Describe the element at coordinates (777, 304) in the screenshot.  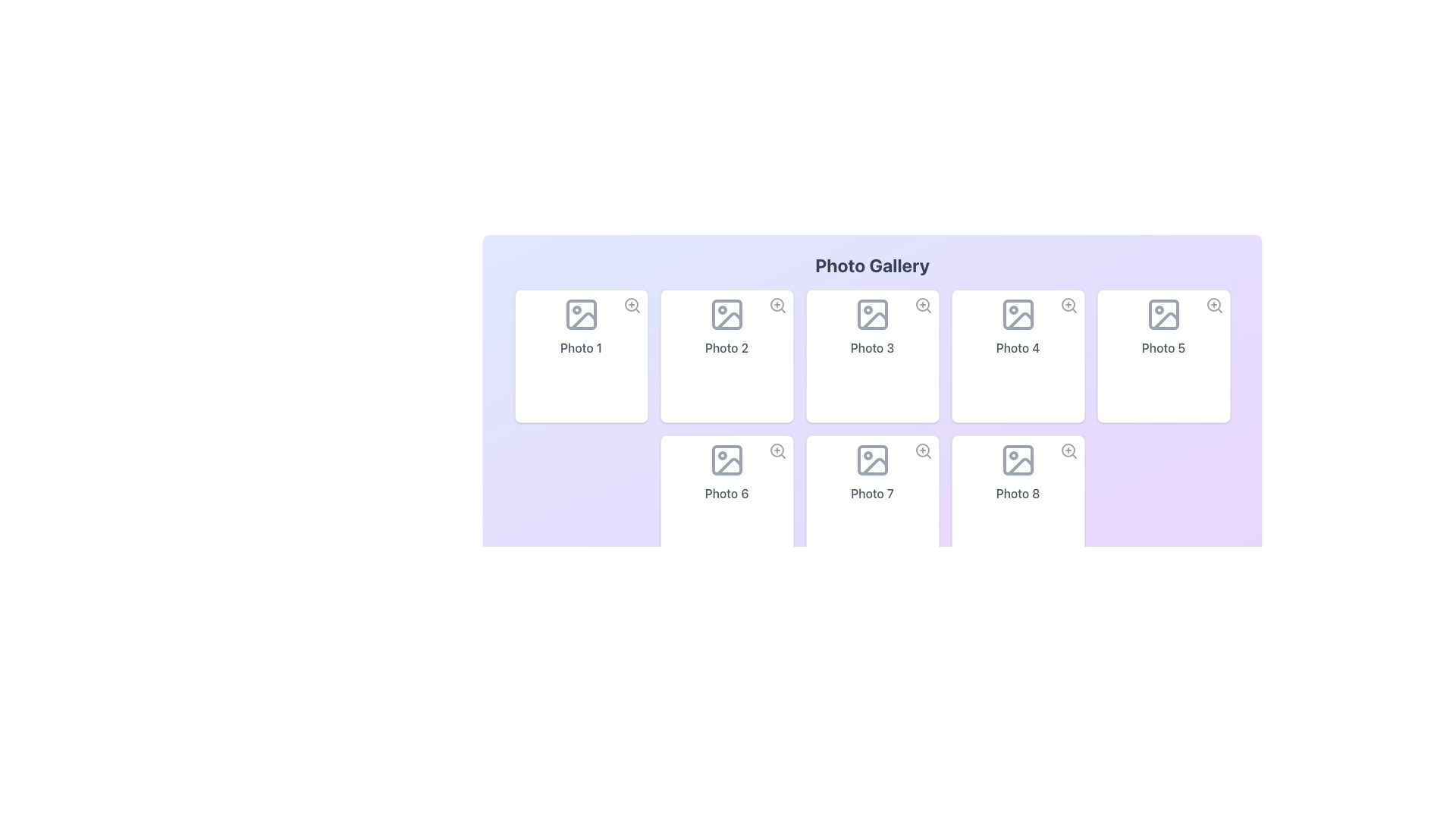
I see `the SVG circle element that is part of the zoom-in icon in the photo gallery interface for 'Photo 2'` at that location.